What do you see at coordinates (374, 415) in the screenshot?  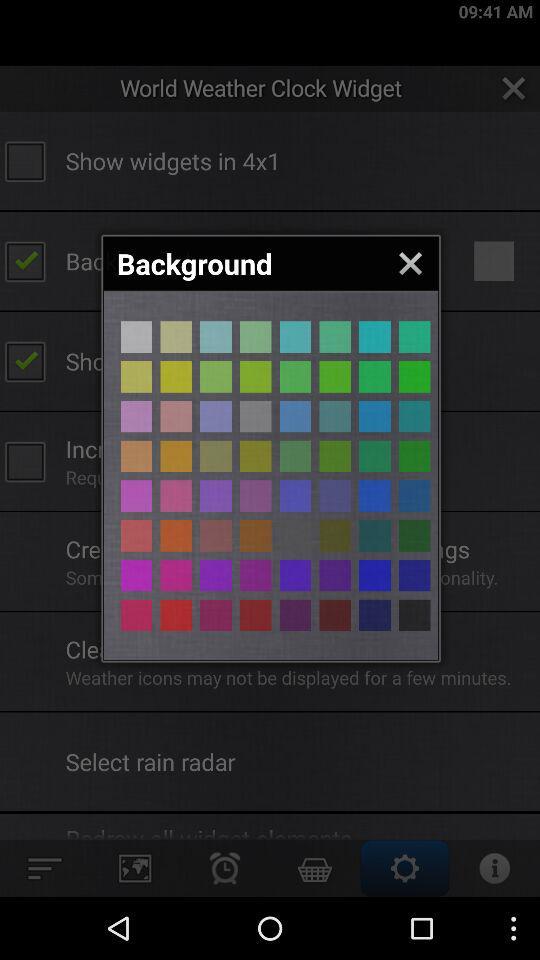 I see `color button` at bounding box center [374, 415].